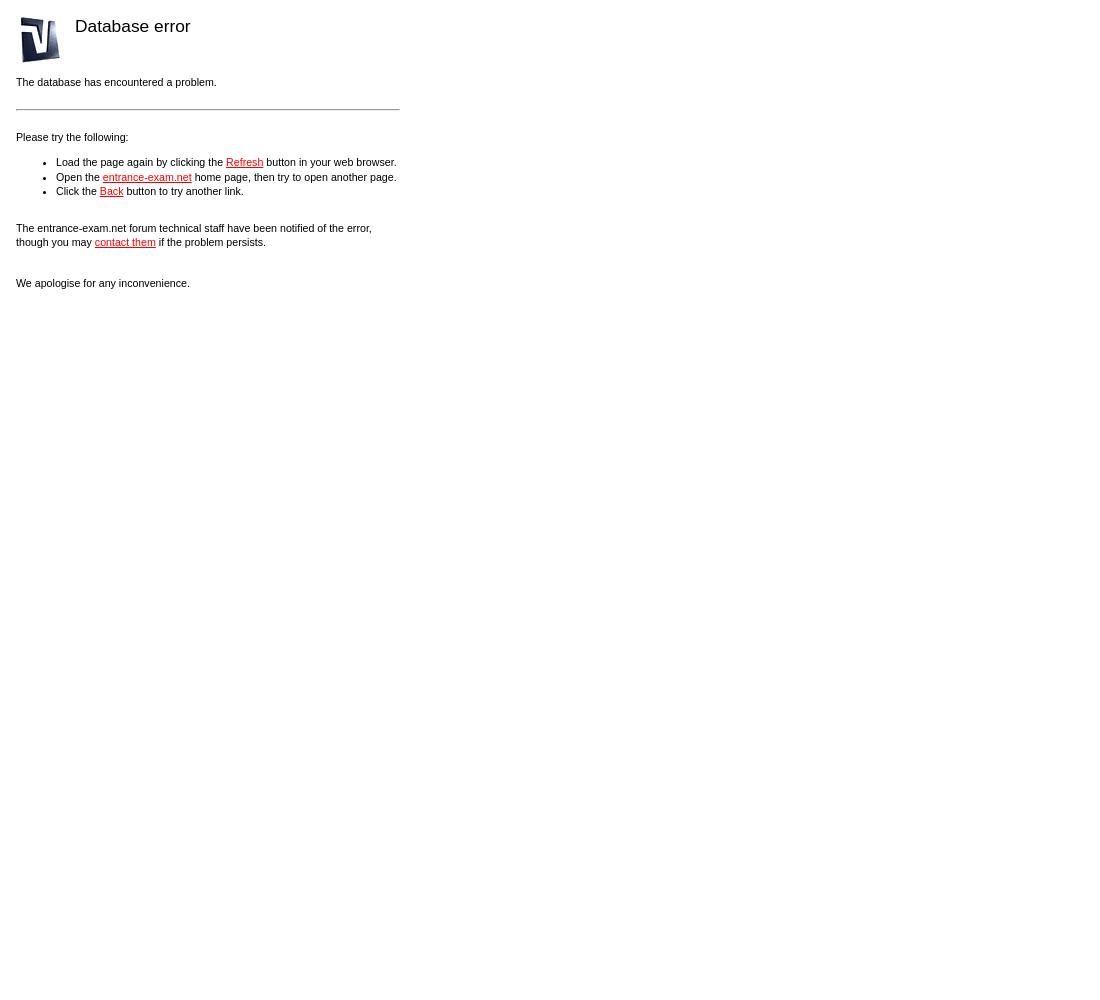 This screenshot has height=1000, width=1100. Describe the element at coordinates (209, 241) in the screenshot. I see `'if the problem persists.'` at that location.